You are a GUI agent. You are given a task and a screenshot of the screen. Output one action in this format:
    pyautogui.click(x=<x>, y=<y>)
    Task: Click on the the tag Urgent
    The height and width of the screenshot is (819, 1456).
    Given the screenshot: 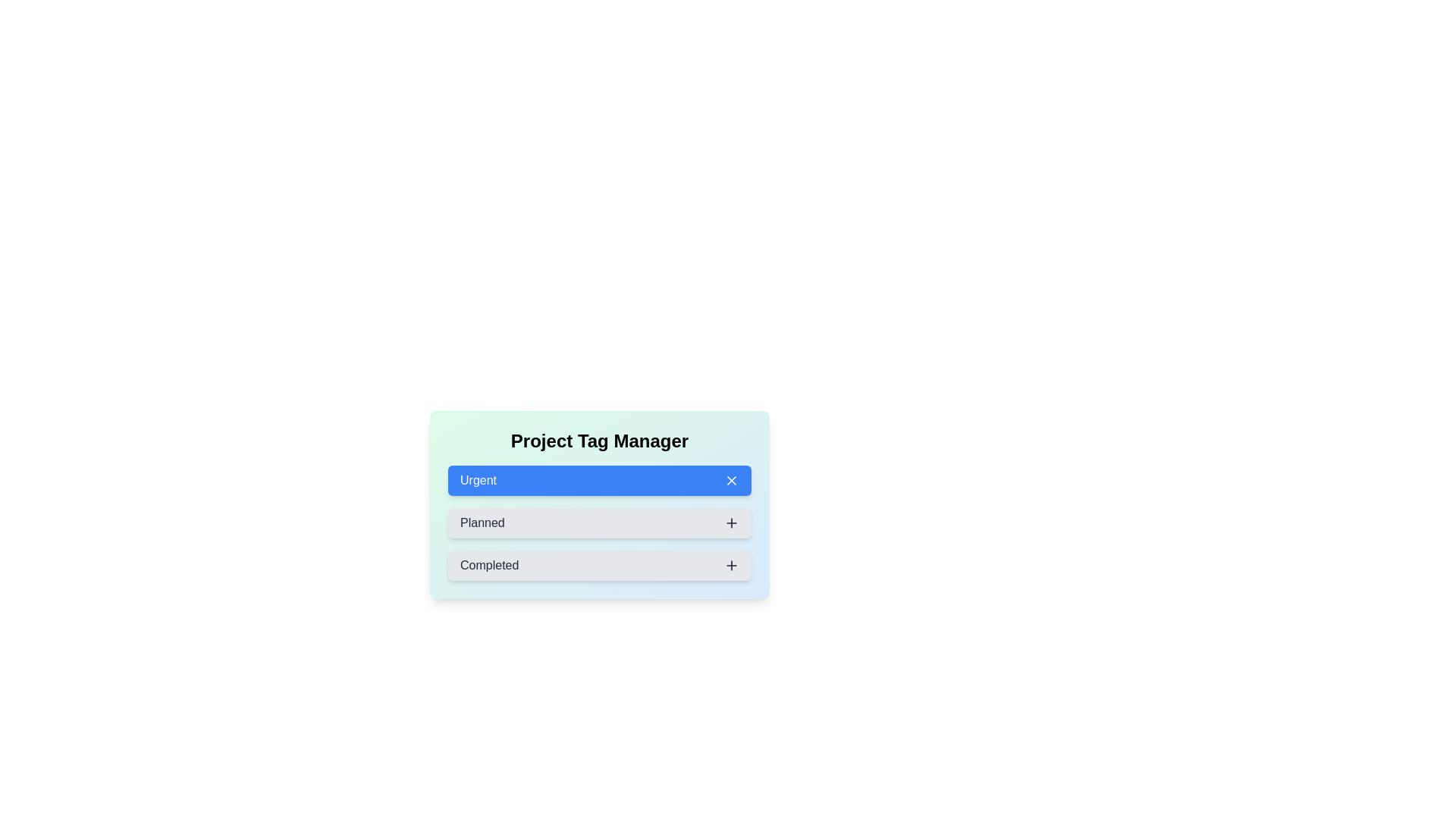 What is the action you would take?
    pyautogui.click(x=599, y=480)
    